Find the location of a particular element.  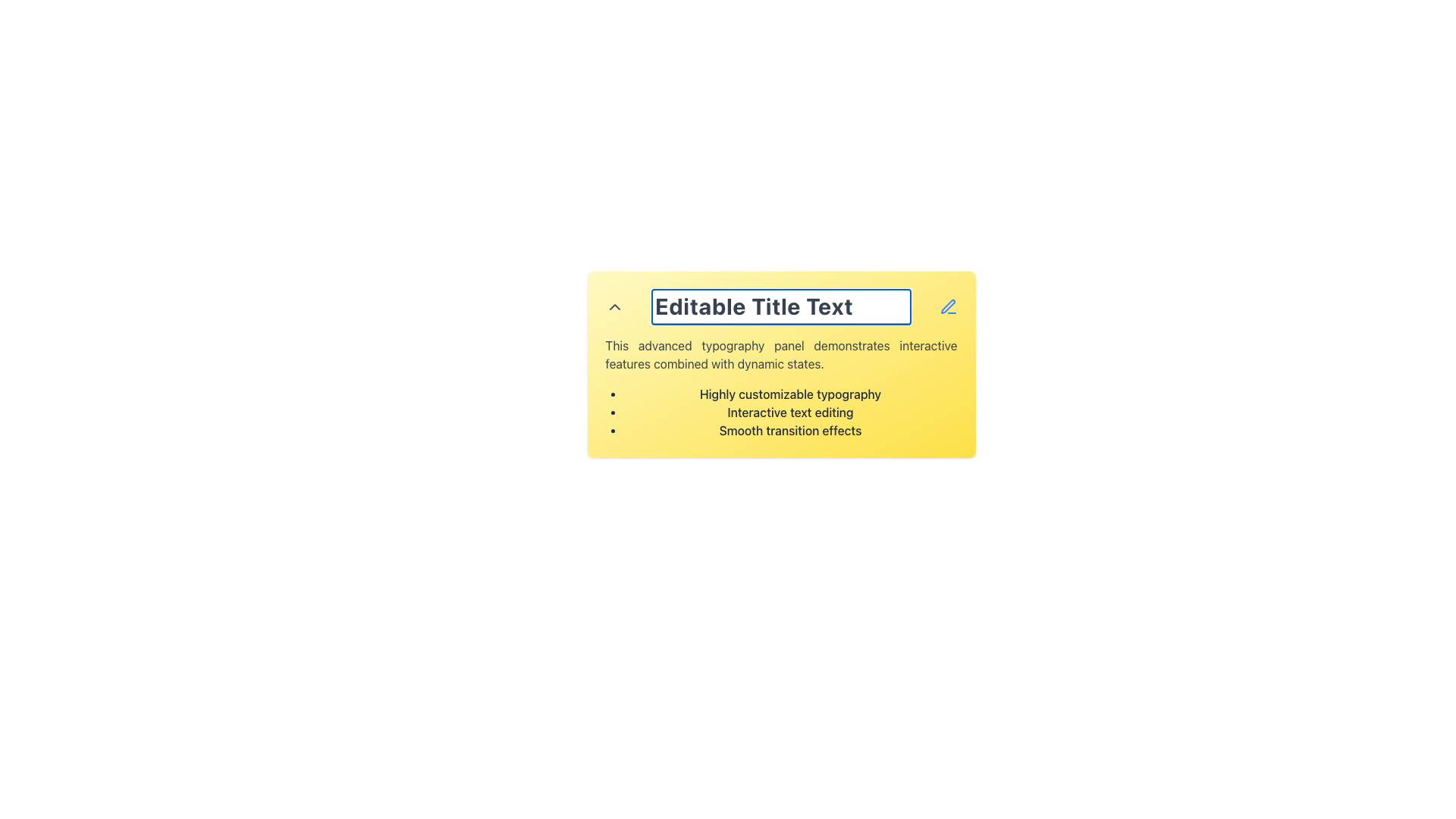

Informational text panel, which is centrally located within a rounded box with a gradient background and provides key features for the typography panel is located at coordinates (781, 388).